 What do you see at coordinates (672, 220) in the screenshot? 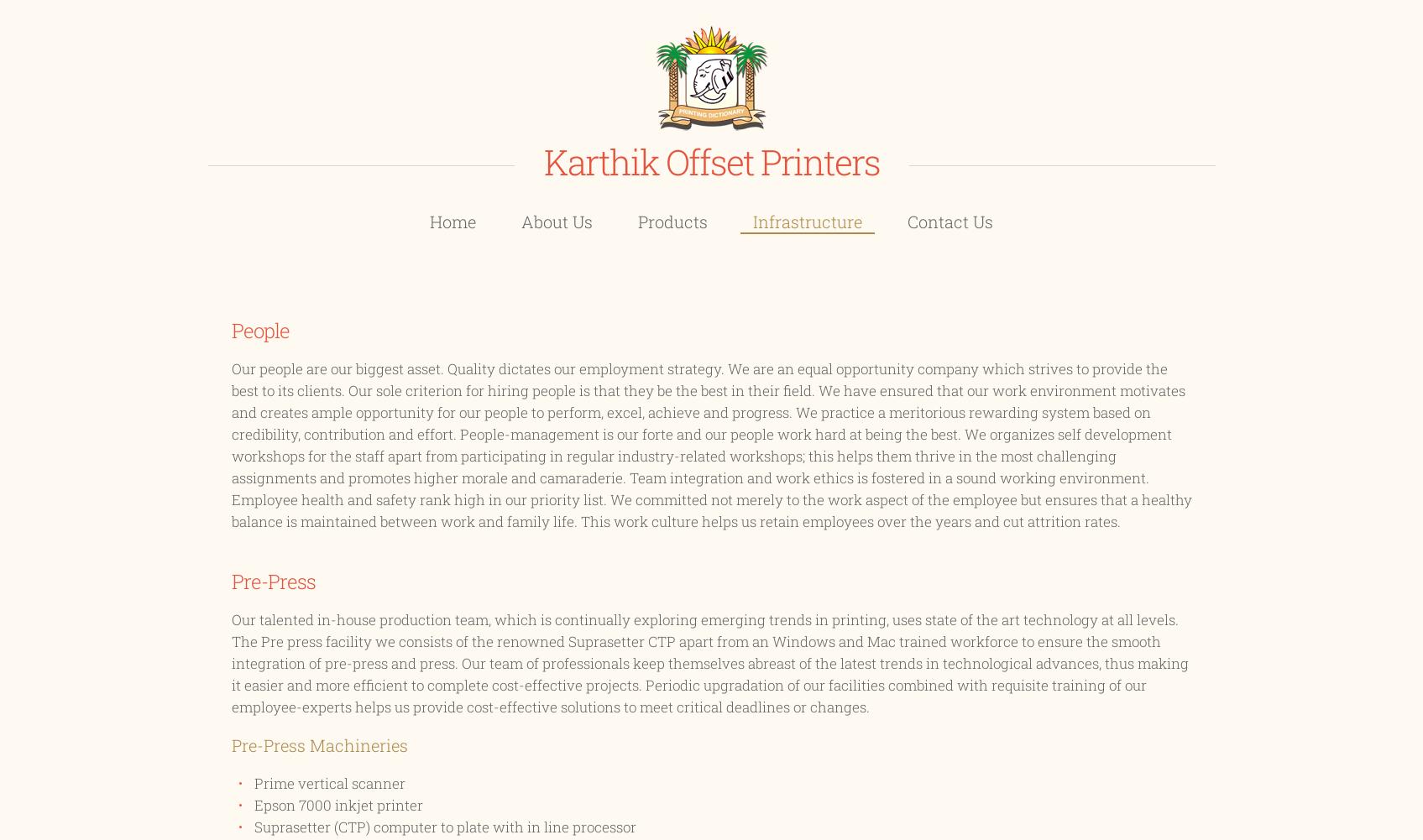
I see `'Products'` at bounding box center [672, 220].